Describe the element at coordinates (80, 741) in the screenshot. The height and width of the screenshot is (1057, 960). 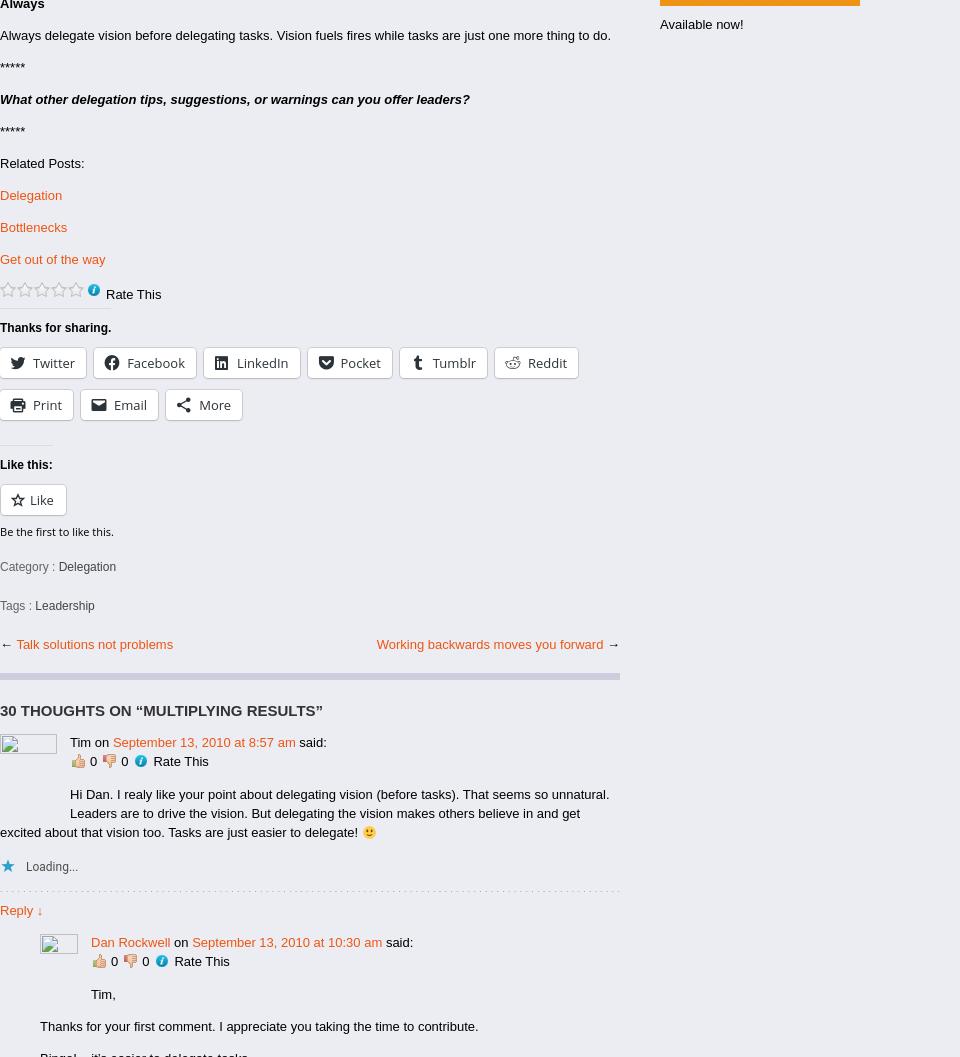
I see `'Tim'` at that location.